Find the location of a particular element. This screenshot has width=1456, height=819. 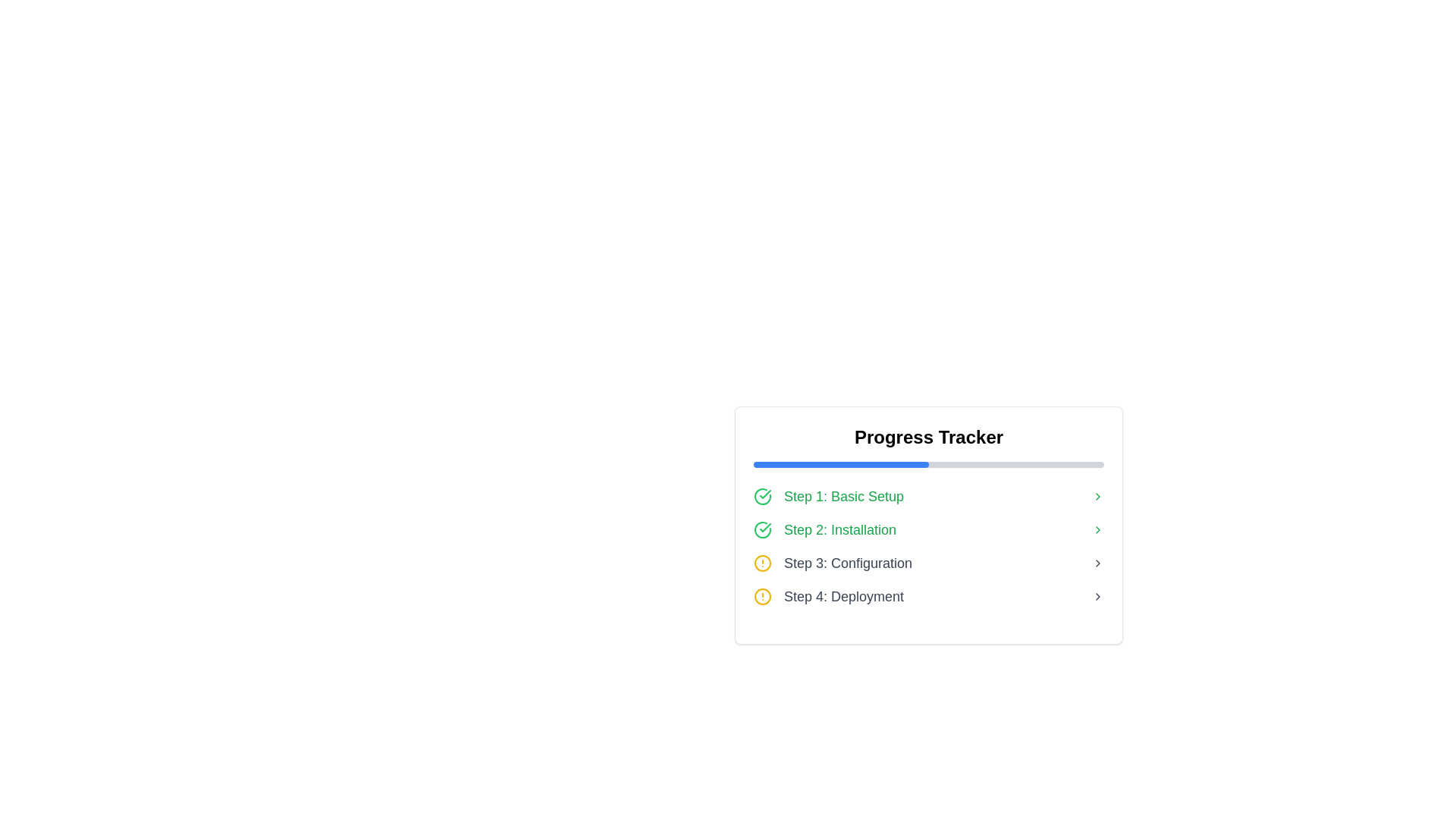

the current state of the circular green icon with a checkmark that indicates the completion of 'Step 1: Basic Setup' in the progress tracker is located at coordinates (763, 497).